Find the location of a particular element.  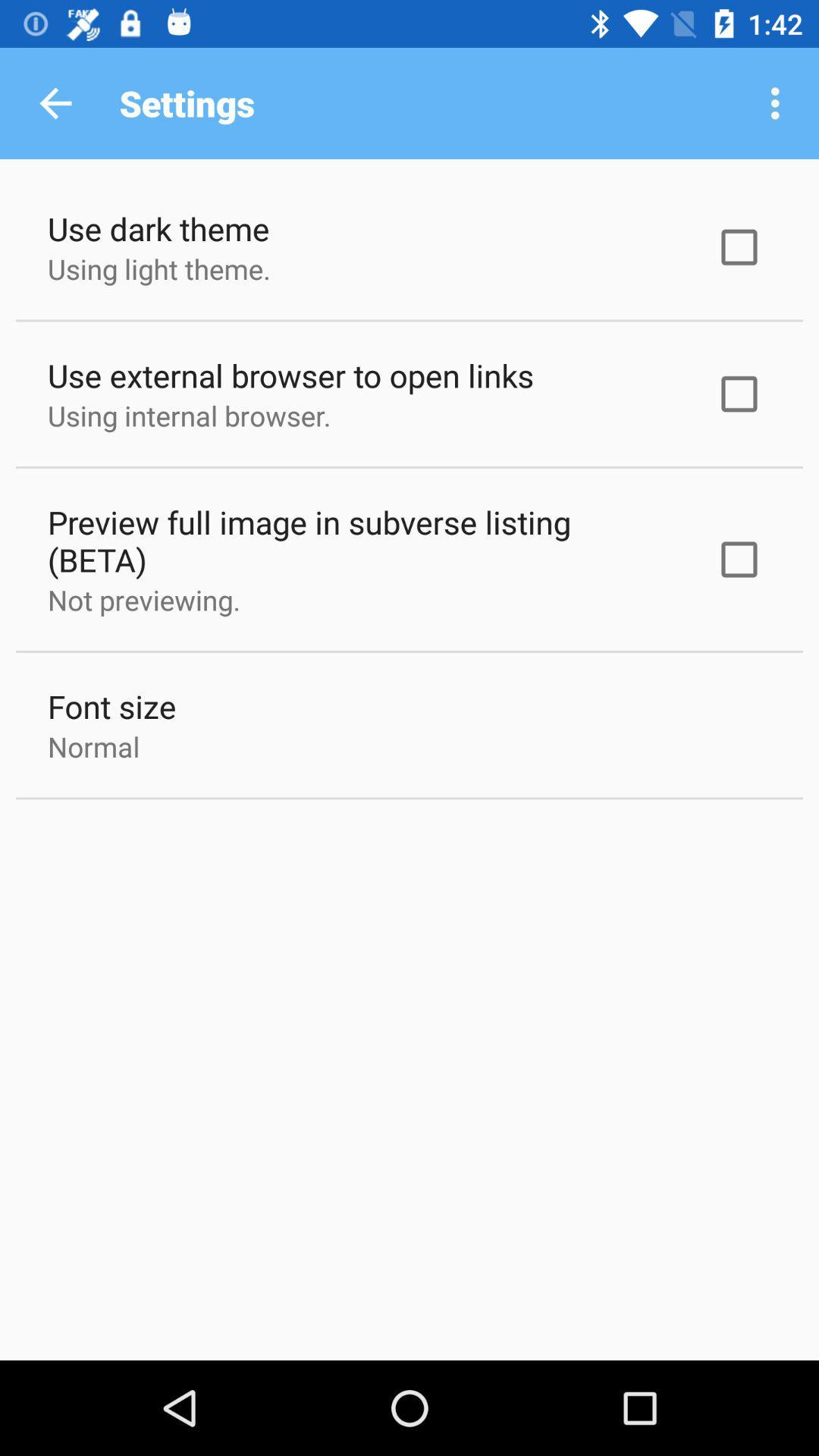

the item at the center is located at coordinates (362, 541).